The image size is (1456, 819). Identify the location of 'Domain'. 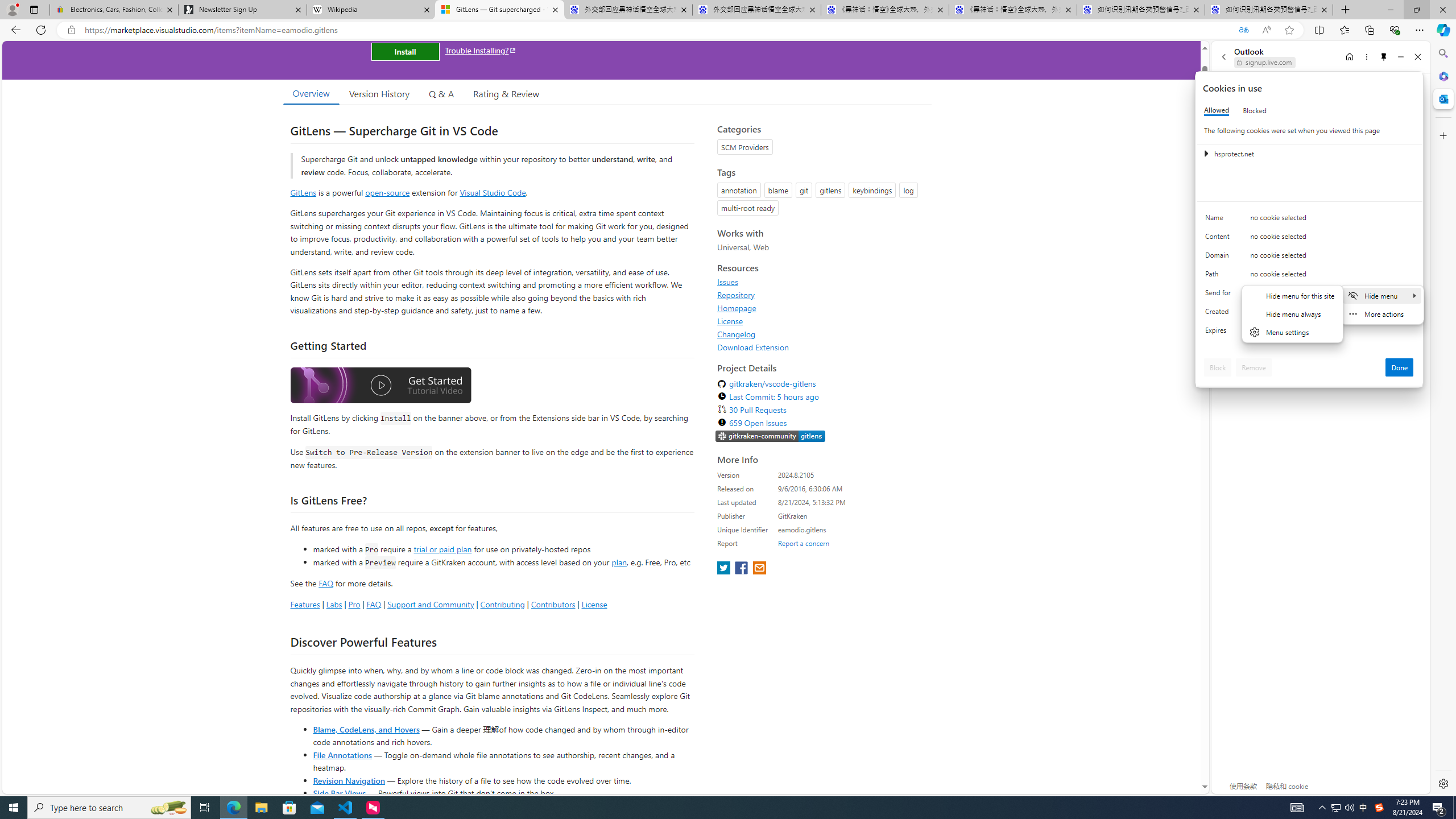
(1219, 257).